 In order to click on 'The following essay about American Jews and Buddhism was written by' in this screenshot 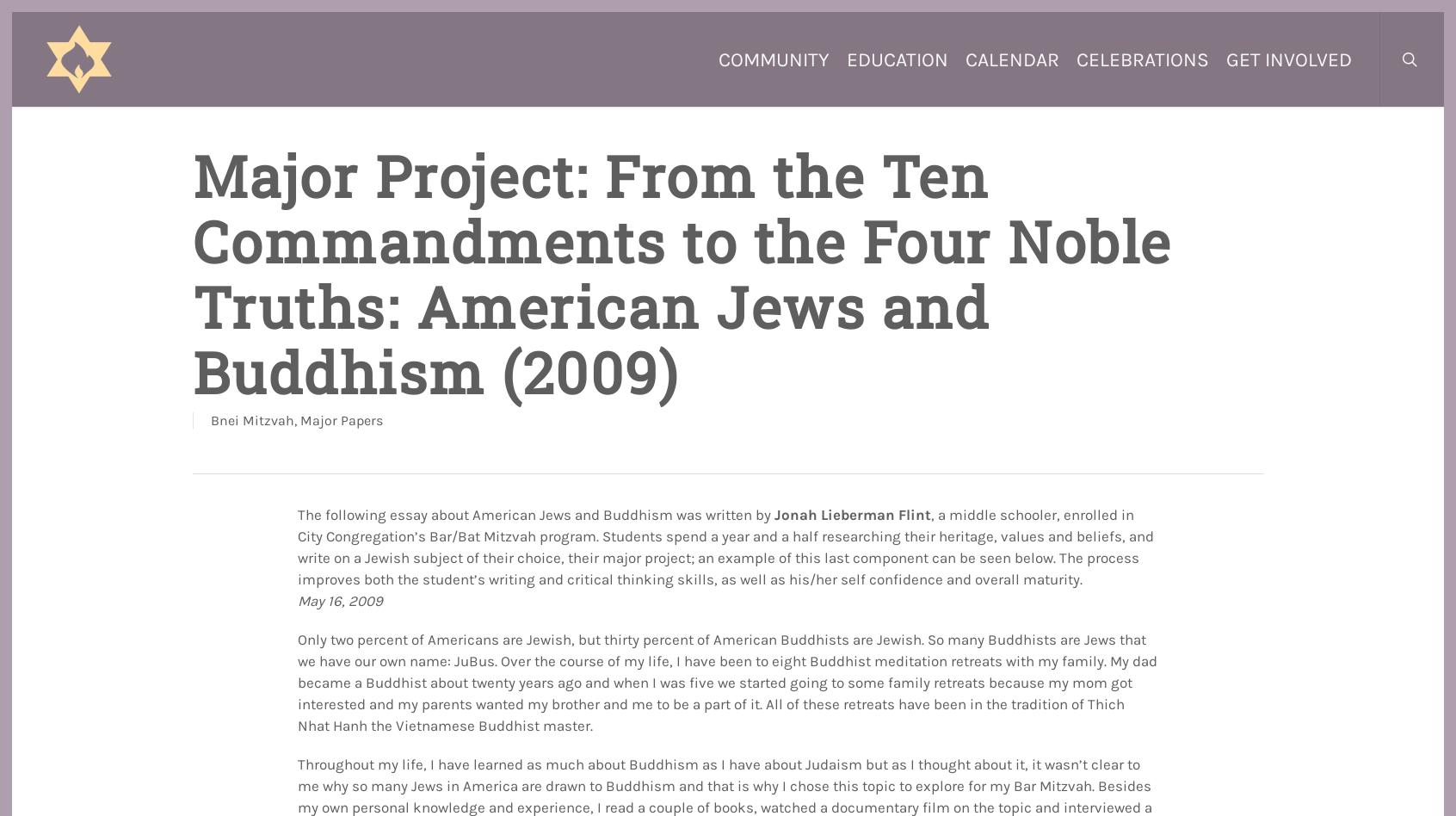, I will do `click(534, 513)`.